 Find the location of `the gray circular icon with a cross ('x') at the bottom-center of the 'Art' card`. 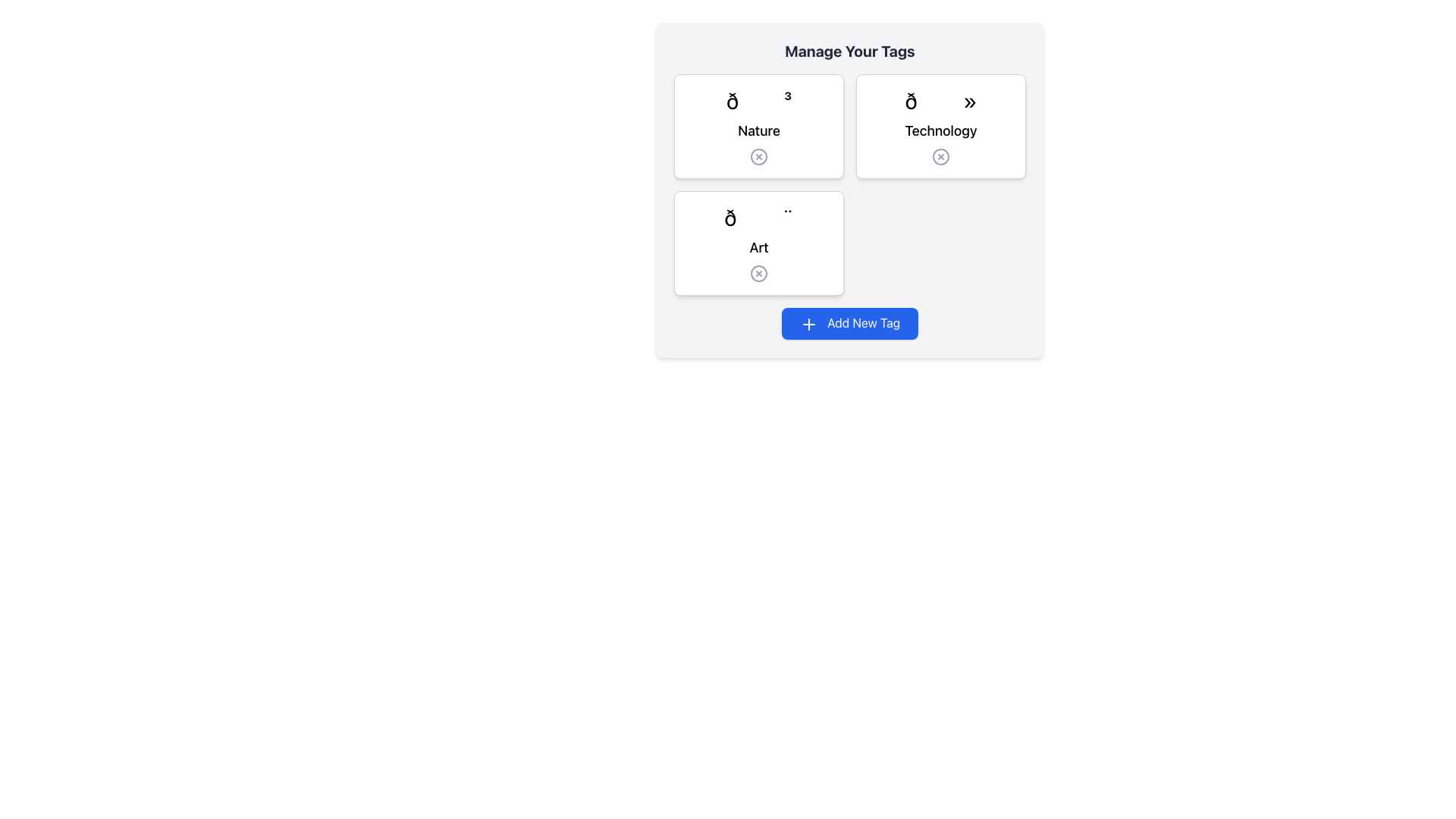

the gray circular icon with a cross ('x') at the bottom-center of the 'Art' card is located at coordinates (759, 274).